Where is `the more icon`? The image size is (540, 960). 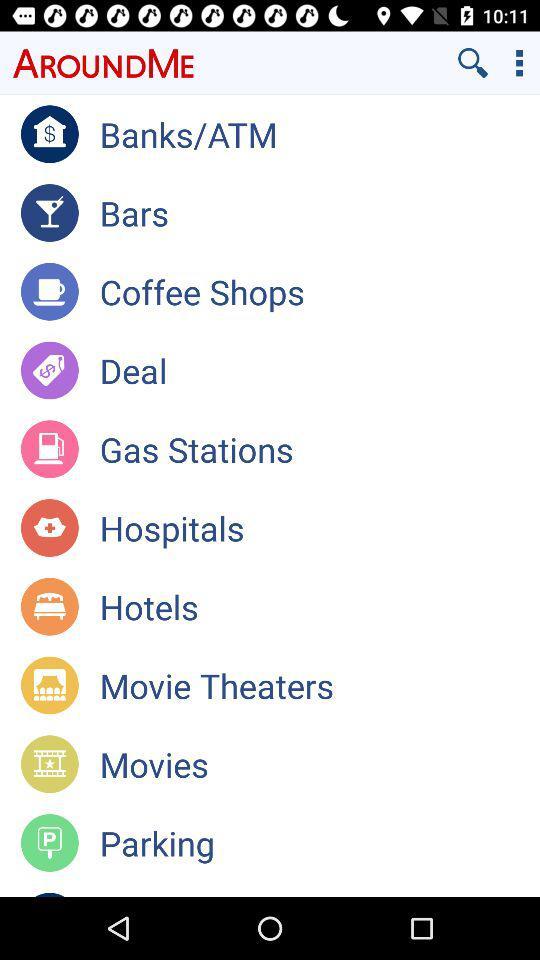
the more icon is located at coordinates (519, 62).